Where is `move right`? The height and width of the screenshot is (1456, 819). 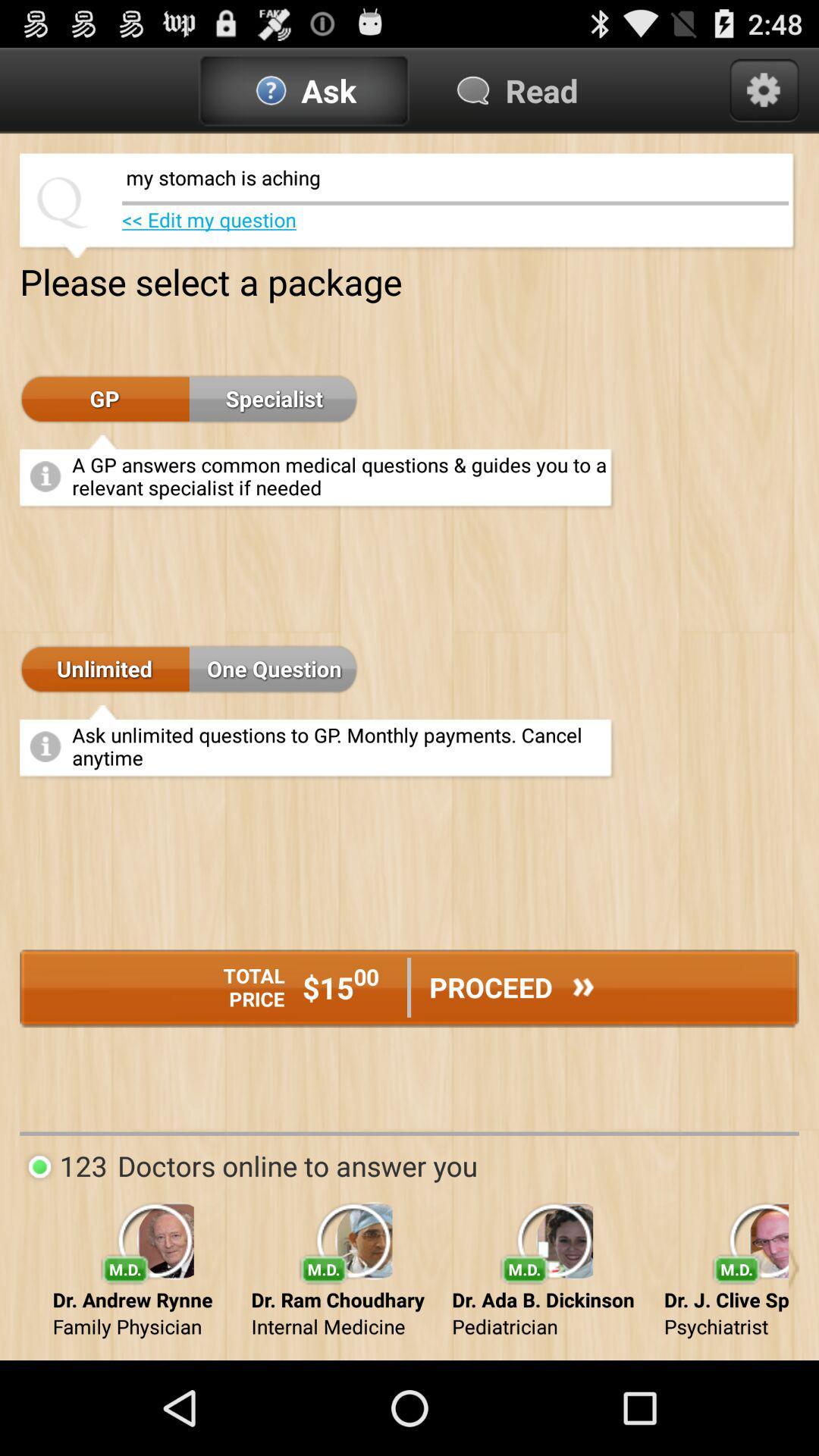 move right is located at coordinates (792, 1268).